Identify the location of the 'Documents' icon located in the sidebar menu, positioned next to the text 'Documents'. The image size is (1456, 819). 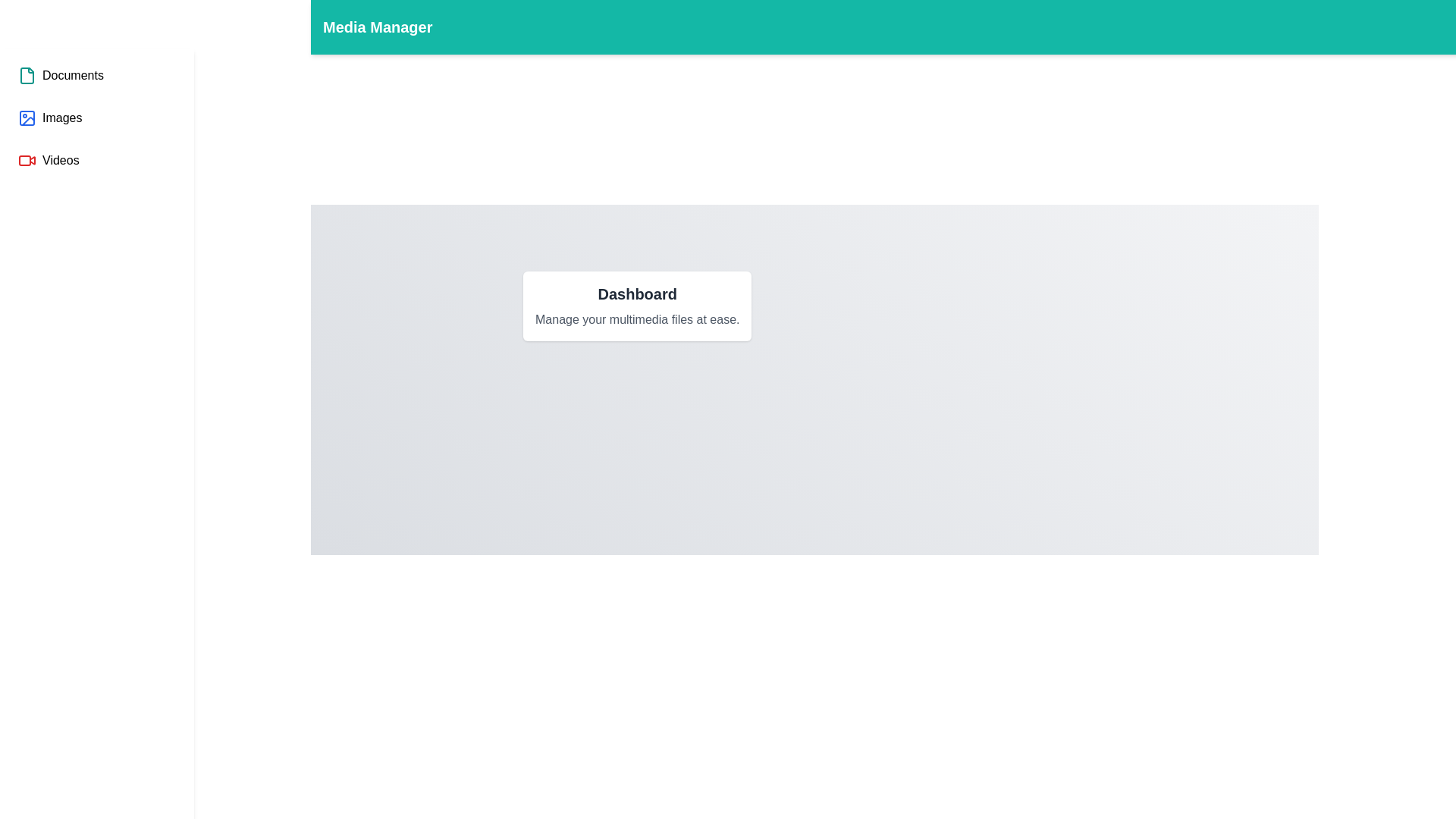
(27, 76).